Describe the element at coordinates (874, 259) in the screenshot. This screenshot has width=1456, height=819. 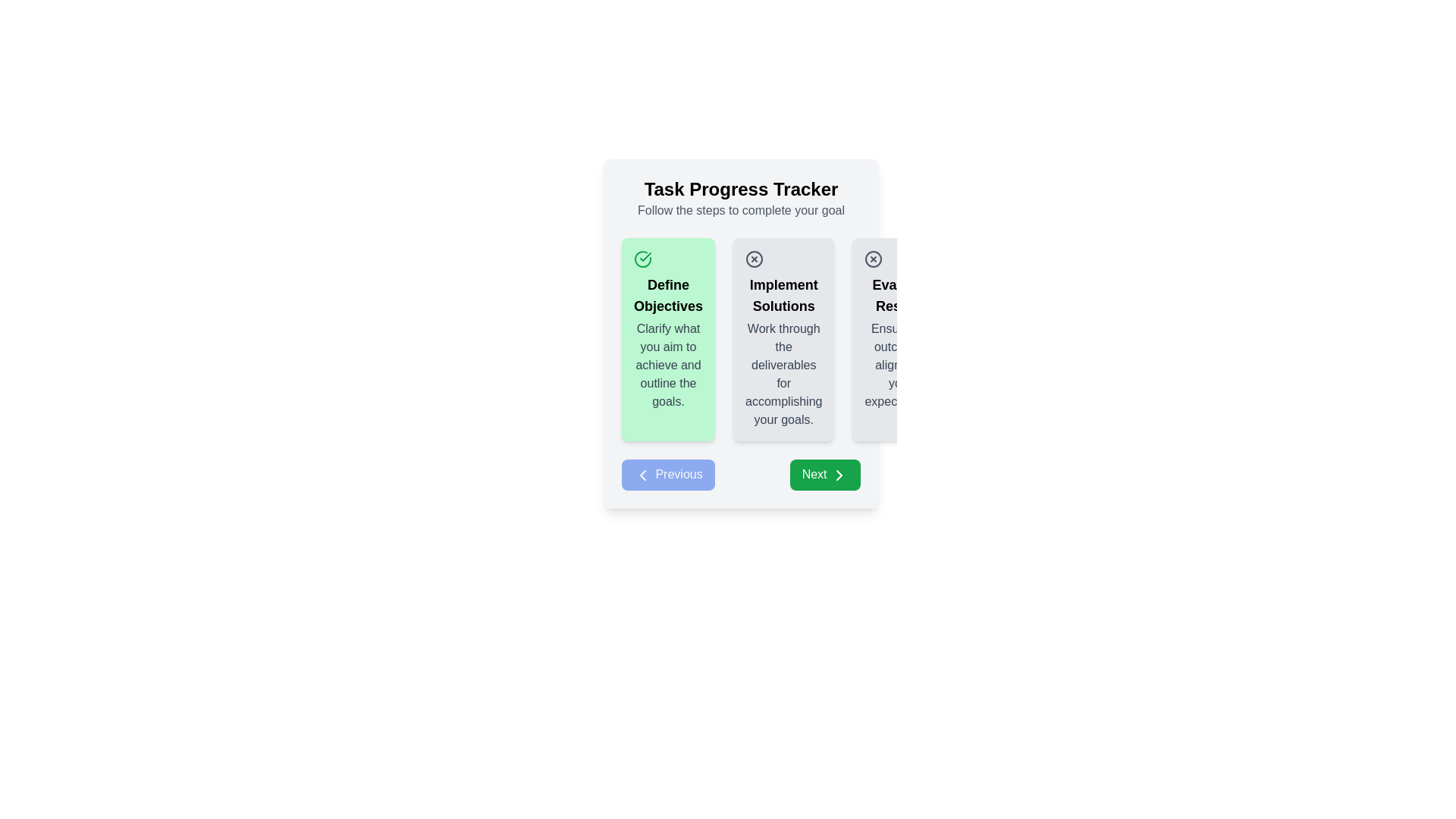
I see `the icon with a gray outline and an 'x' inside, located at the top-left corner of the 'Evaluate Results' card` at that location.